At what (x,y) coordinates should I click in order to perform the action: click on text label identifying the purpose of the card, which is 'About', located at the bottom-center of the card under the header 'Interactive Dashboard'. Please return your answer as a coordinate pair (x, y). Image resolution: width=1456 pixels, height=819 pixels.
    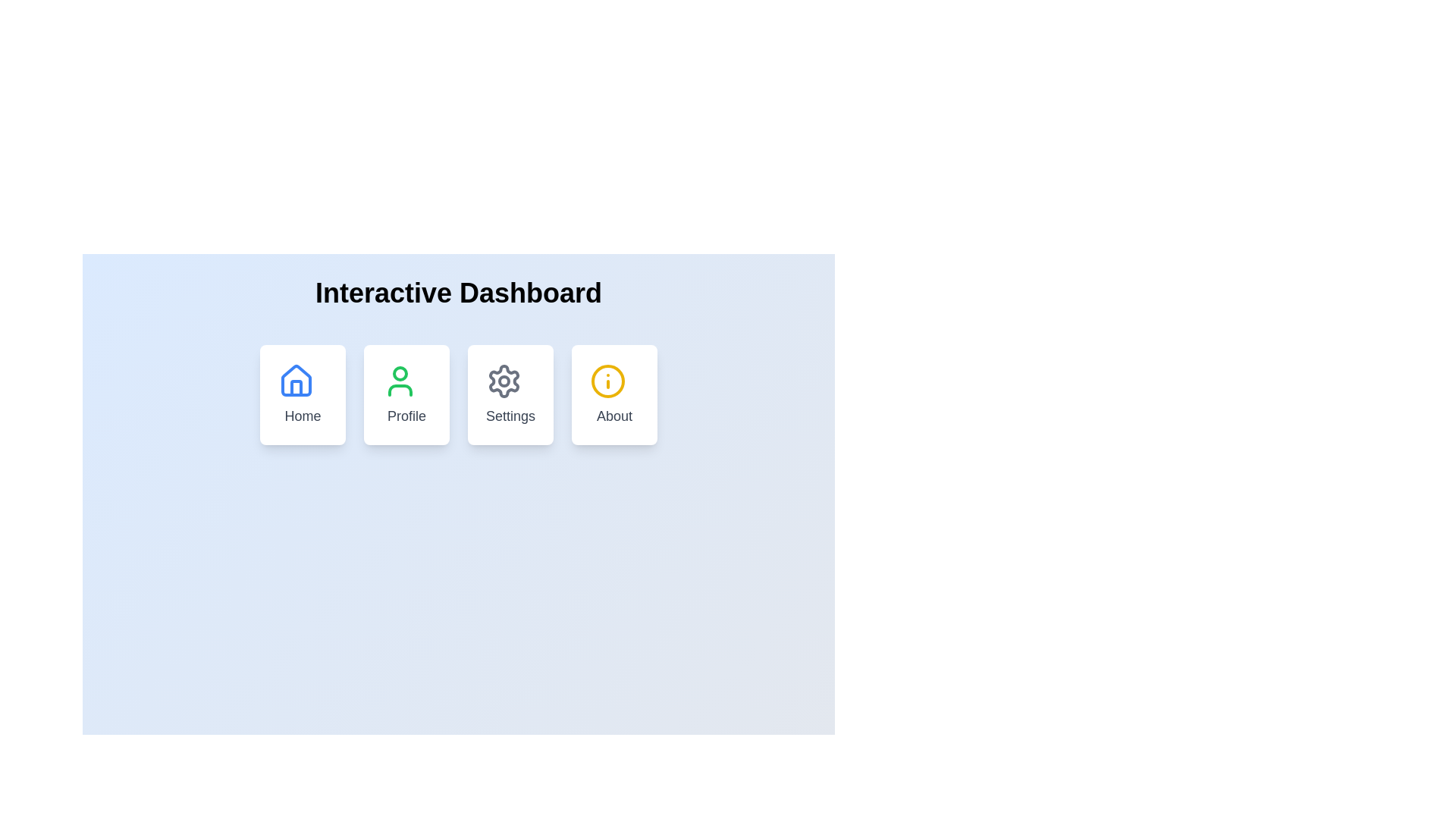
    Looking at the image, I should click on (614, 416).